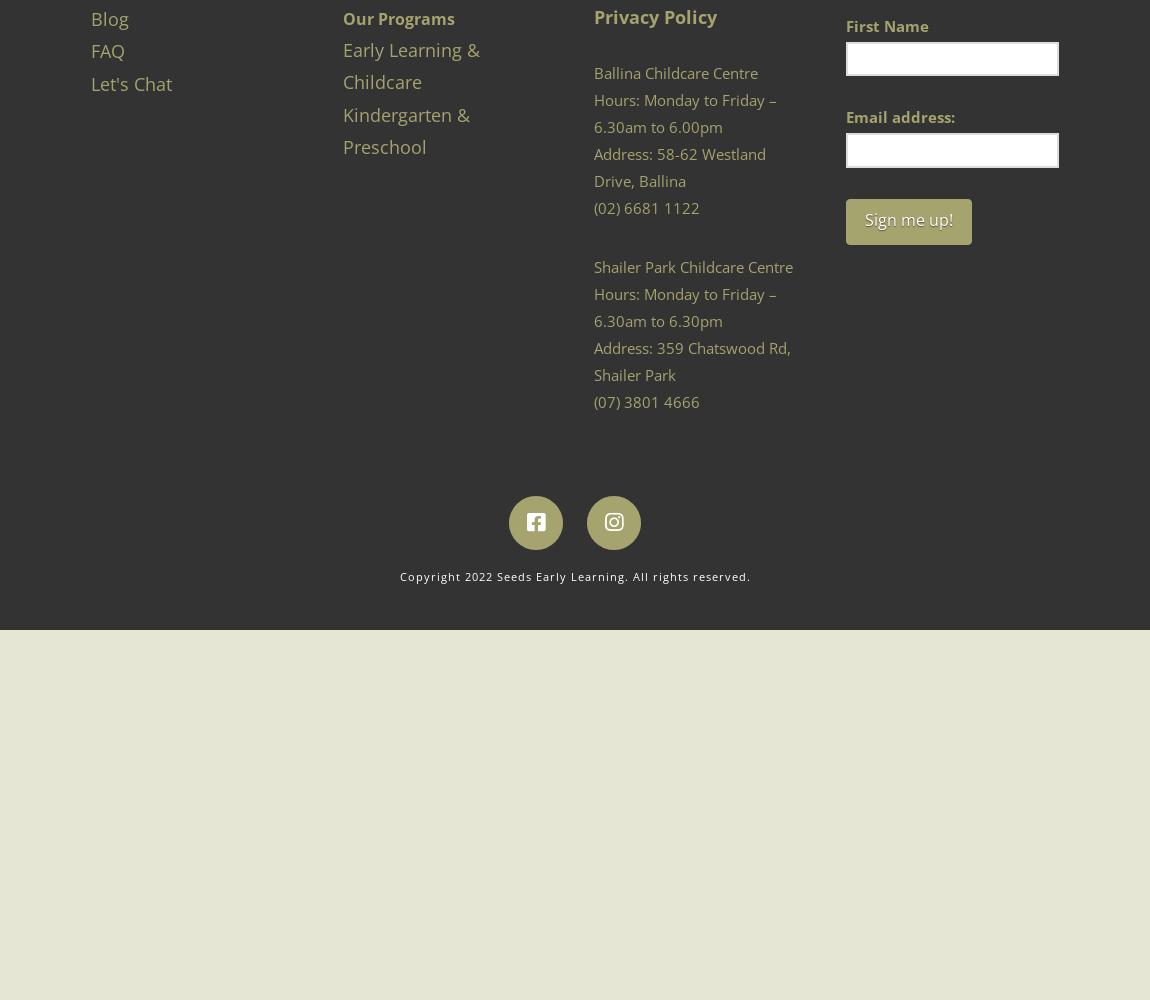  I want to click on '(02) 6681 1122', so click(645, 206).